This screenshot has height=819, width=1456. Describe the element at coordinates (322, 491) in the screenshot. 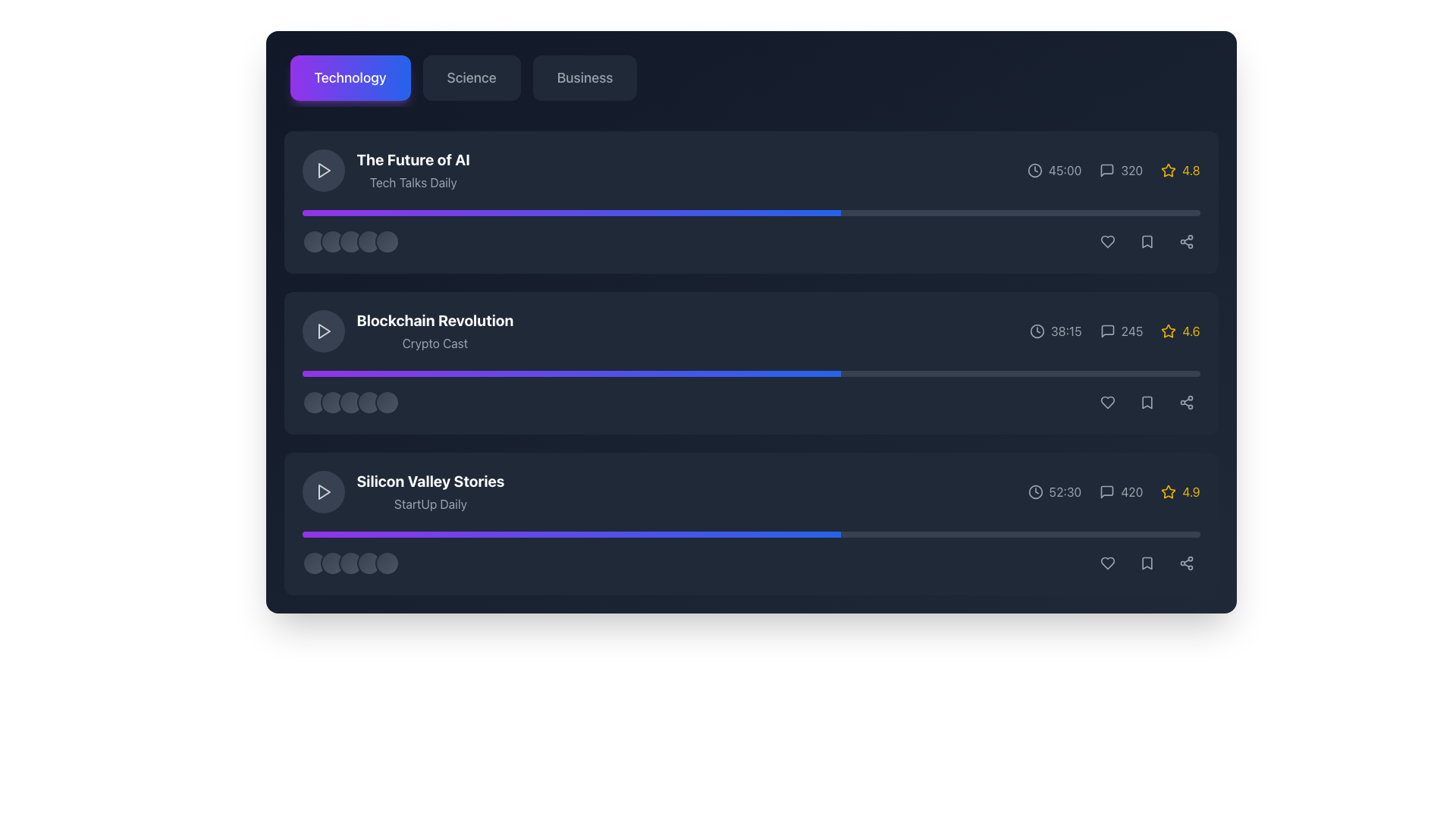

I see `the circular play button with a dark gray background and a white triangular play icon to play the media` at that location.